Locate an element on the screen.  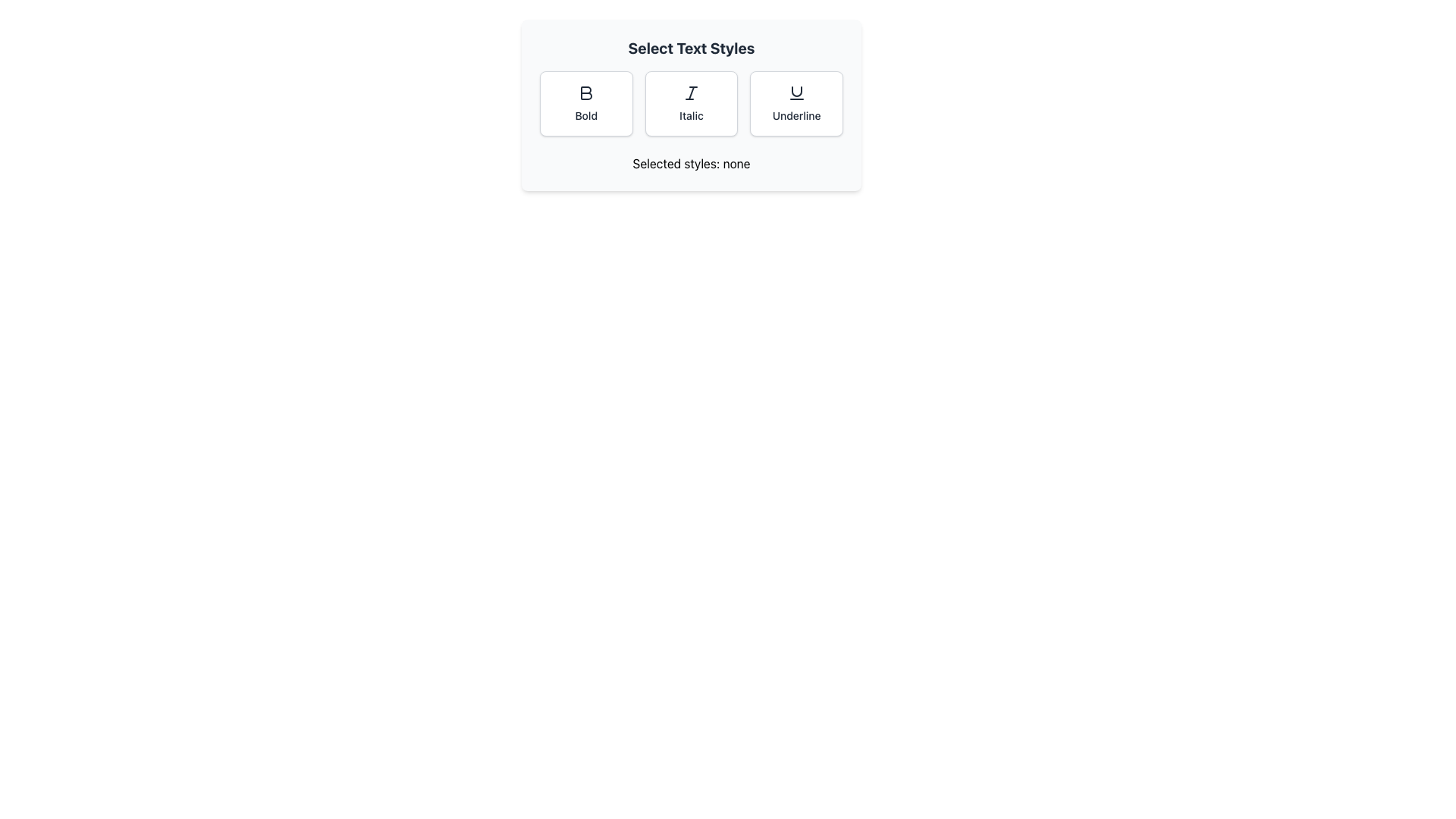
the 'Bold' text style icon located within the 'Select Text Styles' interface is located at coordinates (585, 93).